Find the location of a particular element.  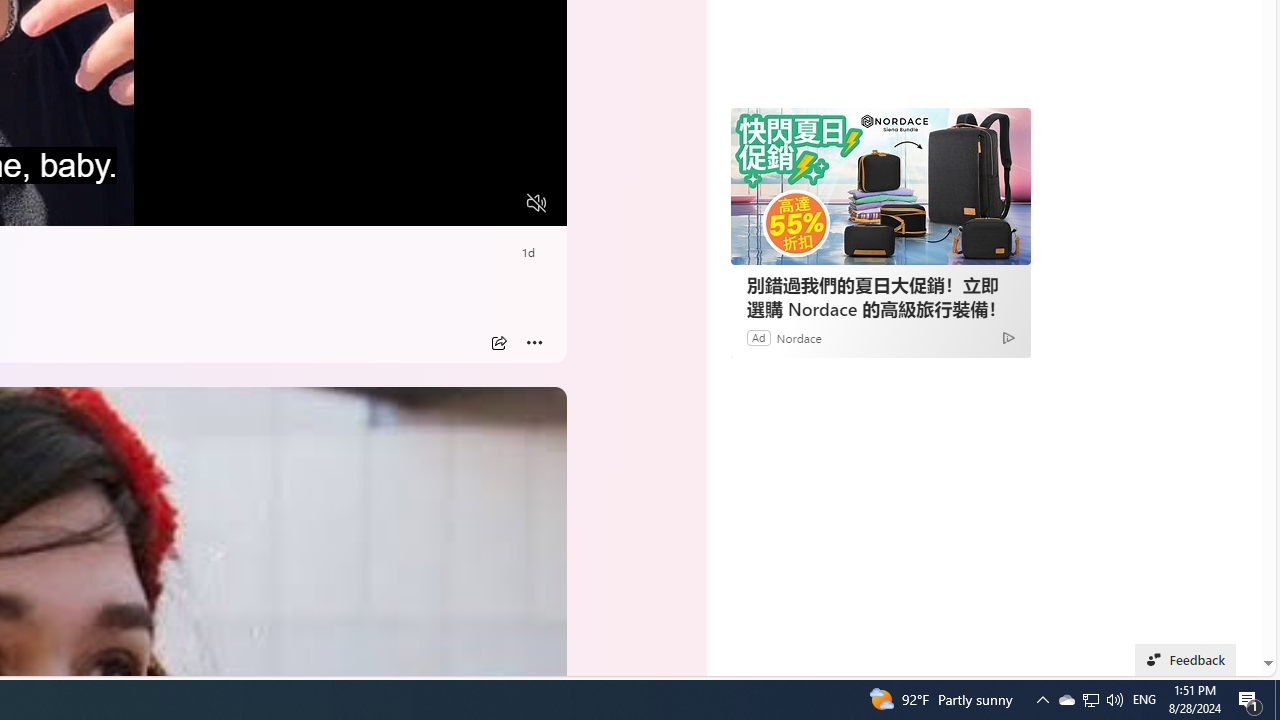

'Ad Choice' is located at coordinates (1008, 336).